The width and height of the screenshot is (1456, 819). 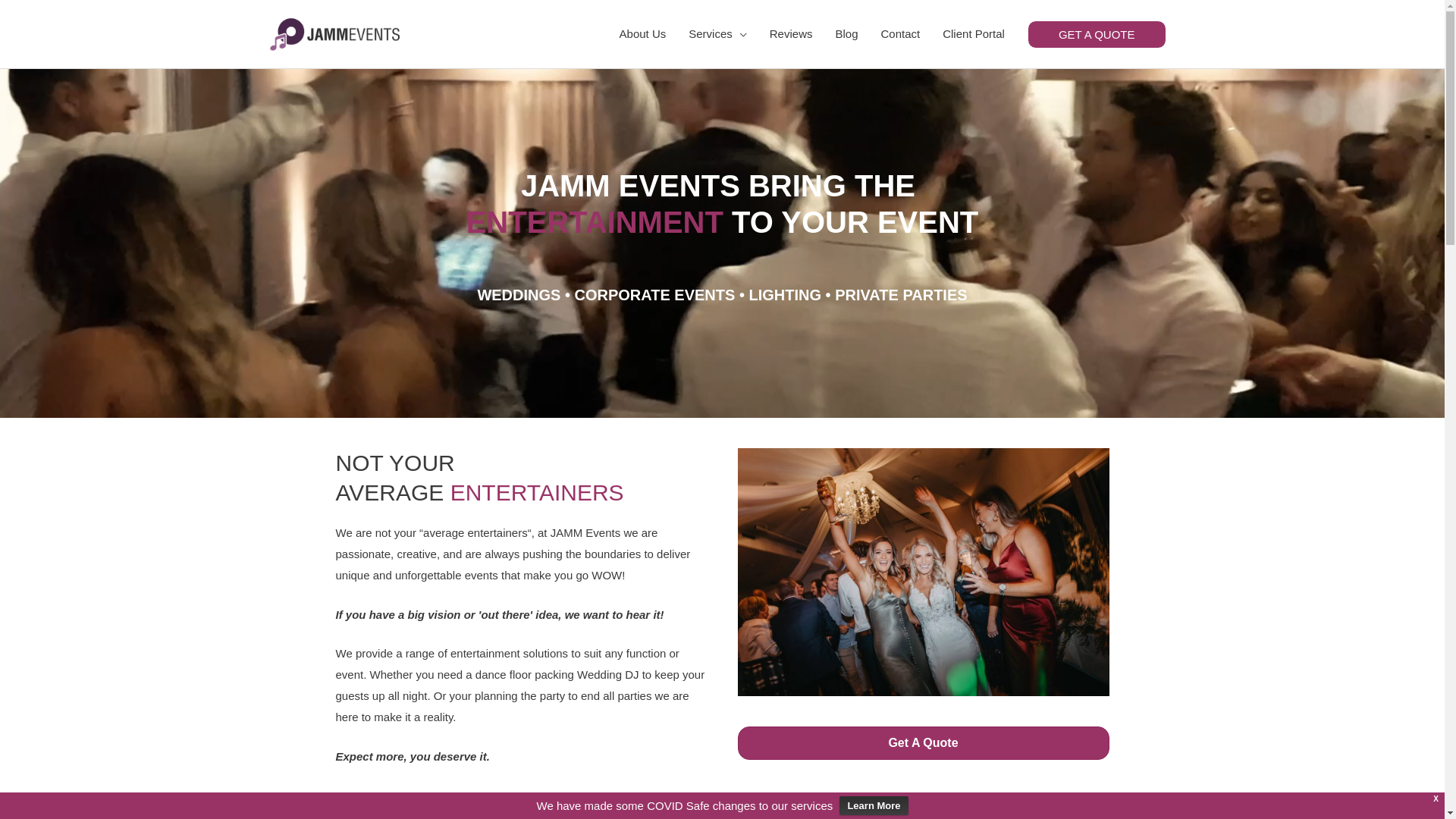 I want to click on 'Learn More', so click(x=874, y=805).